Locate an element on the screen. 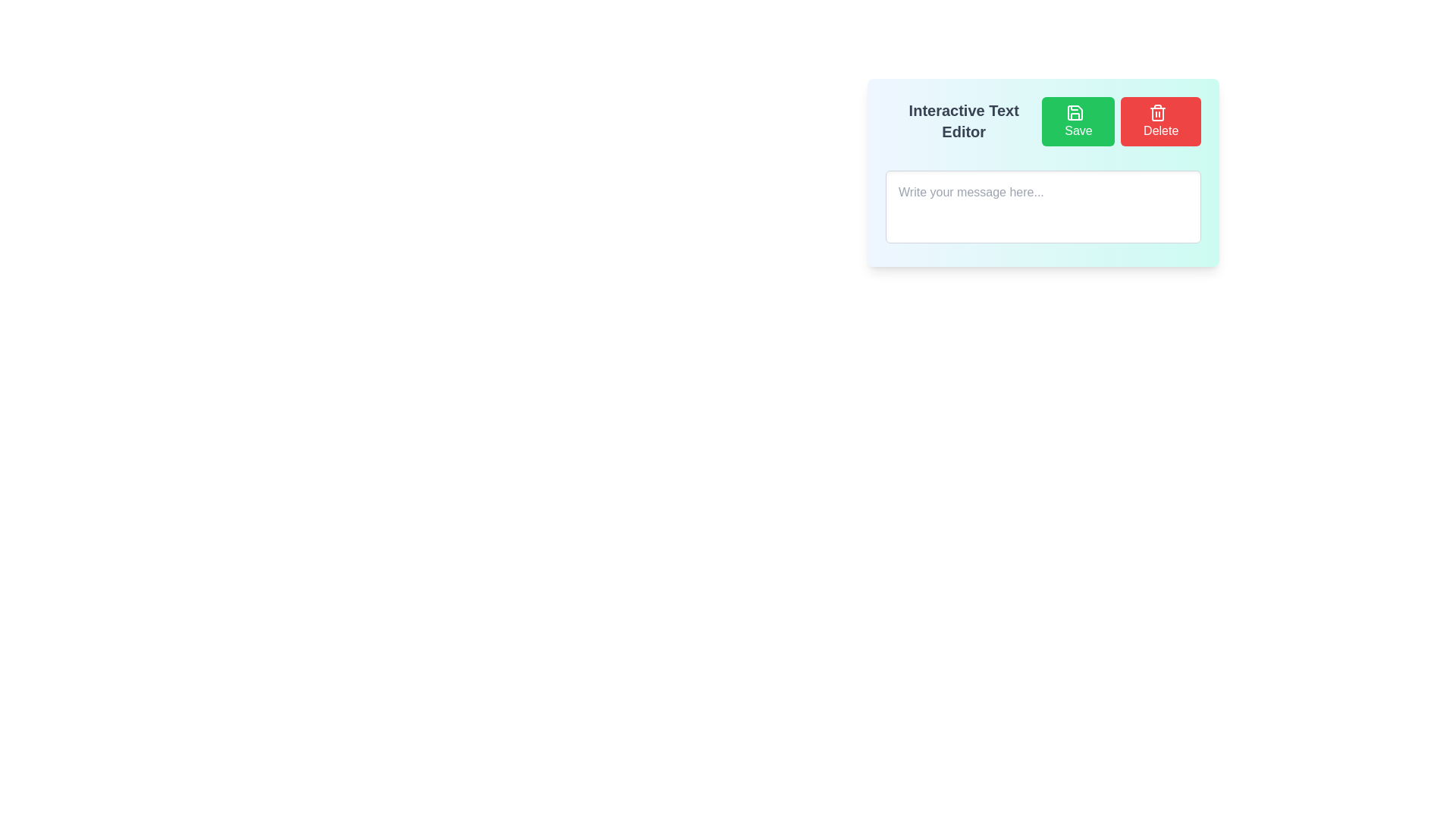 This screenshot has height=819, width=1456. the delete button located to the right of the green 'Save' button at the top of the card interface is located at coordinates (1160, 121).